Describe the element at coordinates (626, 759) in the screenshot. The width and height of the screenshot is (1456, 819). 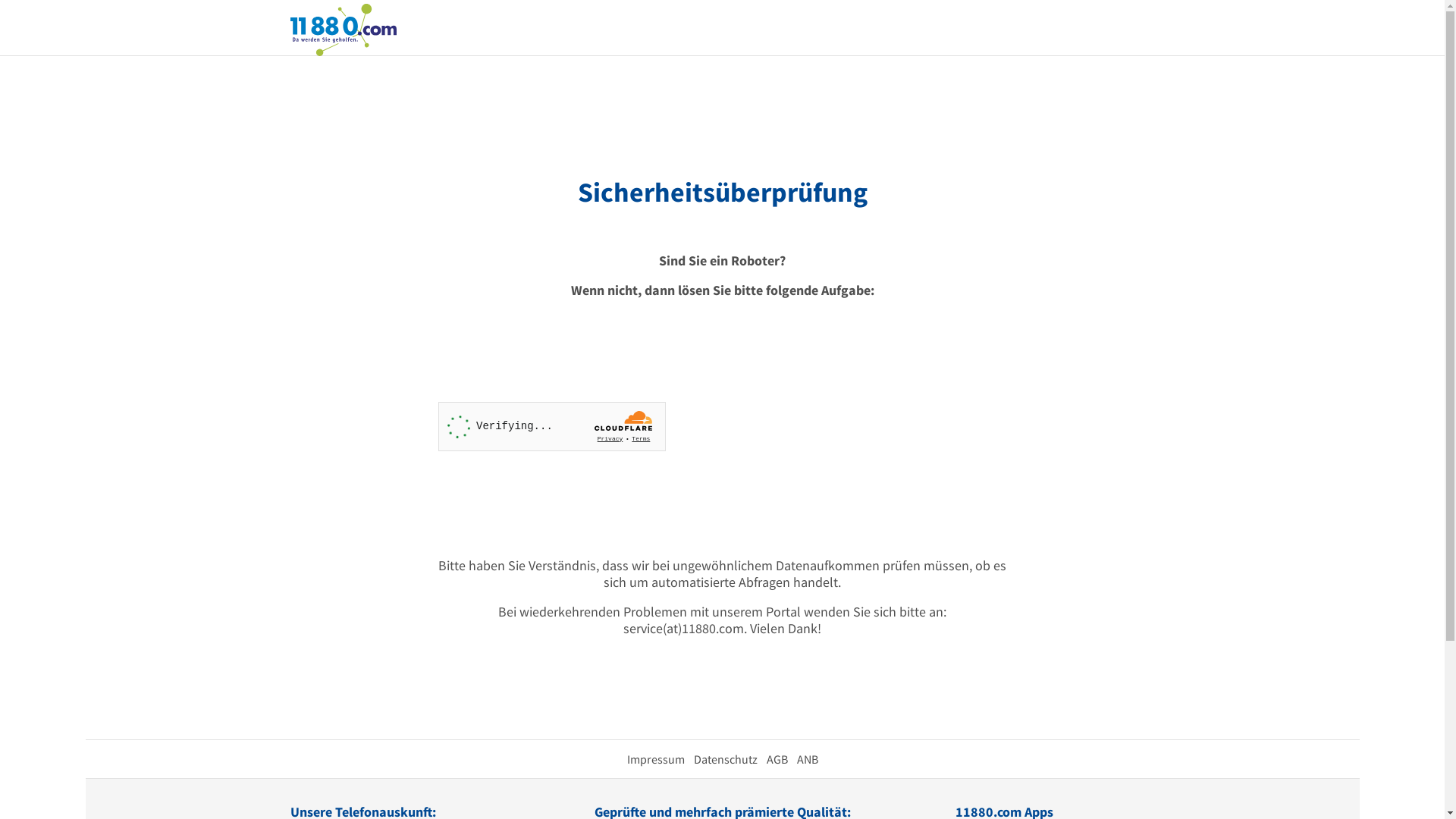
I see `'Impressum'` at that location.